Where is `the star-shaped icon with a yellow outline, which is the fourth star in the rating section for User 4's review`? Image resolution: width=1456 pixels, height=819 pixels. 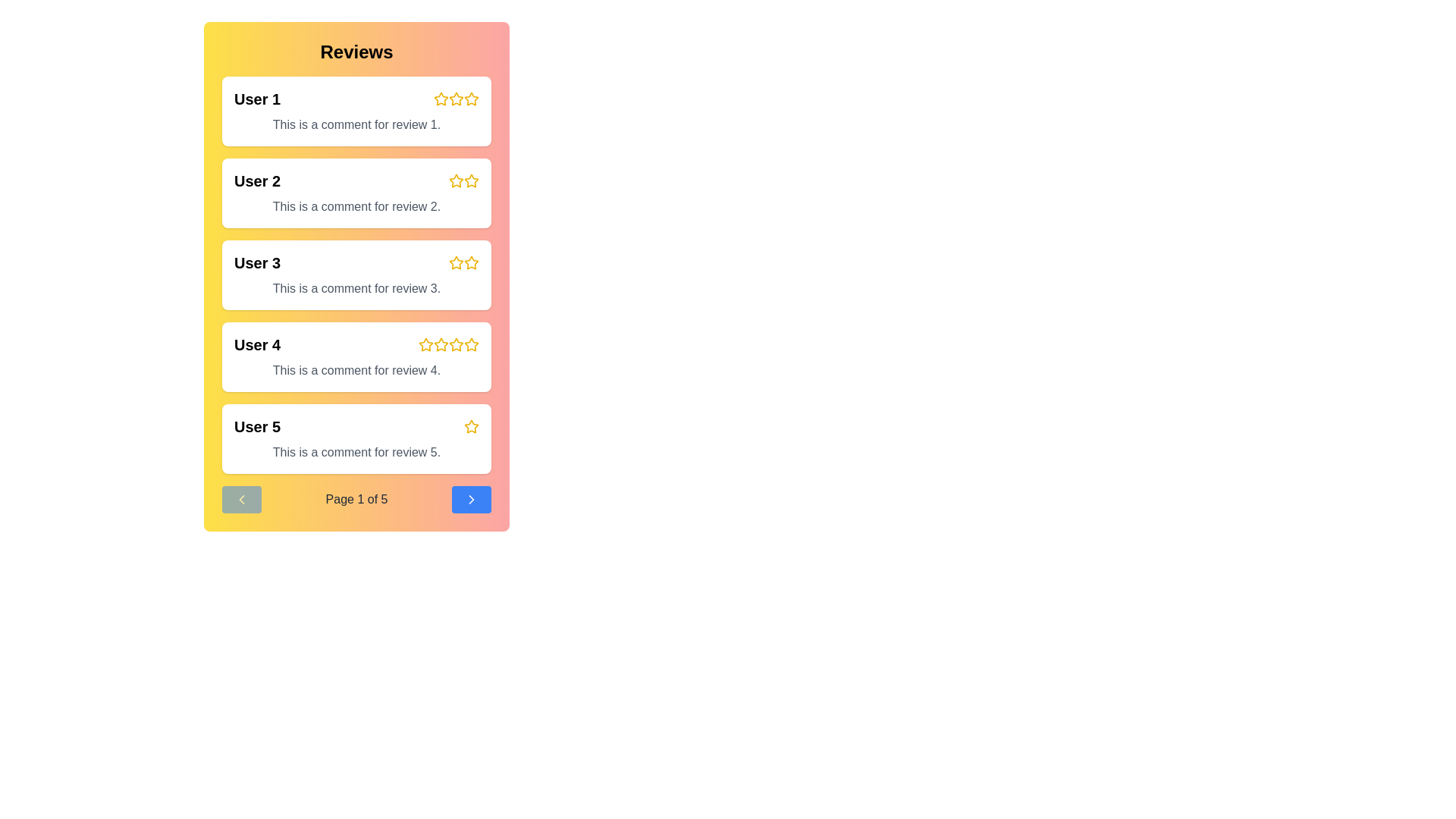 the star-shaped icon with a yellow outline, which is the fourth star in the rating section for User 4's review is located at coordinates (425, 344).